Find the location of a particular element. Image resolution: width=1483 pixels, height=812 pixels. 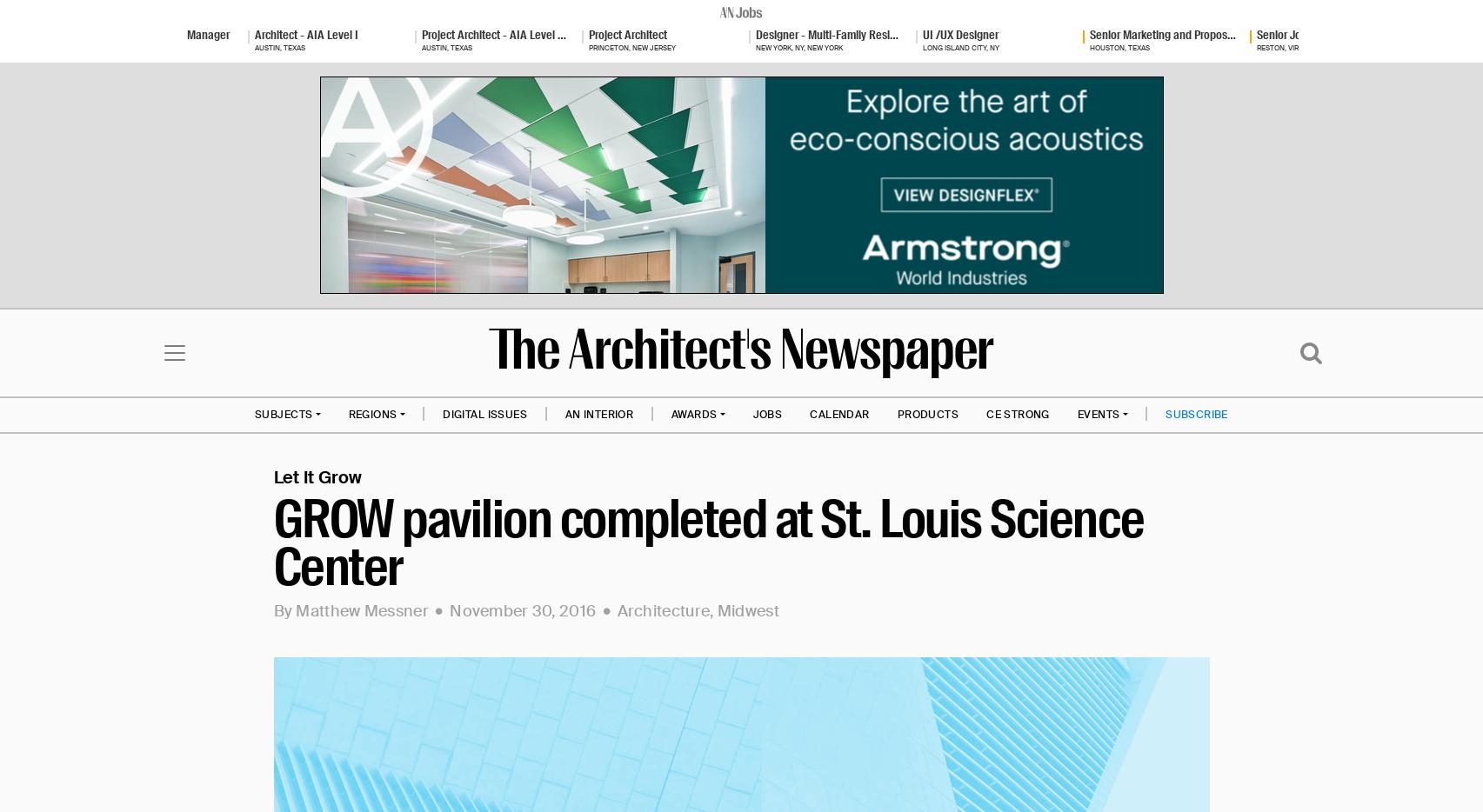

'Project Architect' is located at coordinates (627, 33).